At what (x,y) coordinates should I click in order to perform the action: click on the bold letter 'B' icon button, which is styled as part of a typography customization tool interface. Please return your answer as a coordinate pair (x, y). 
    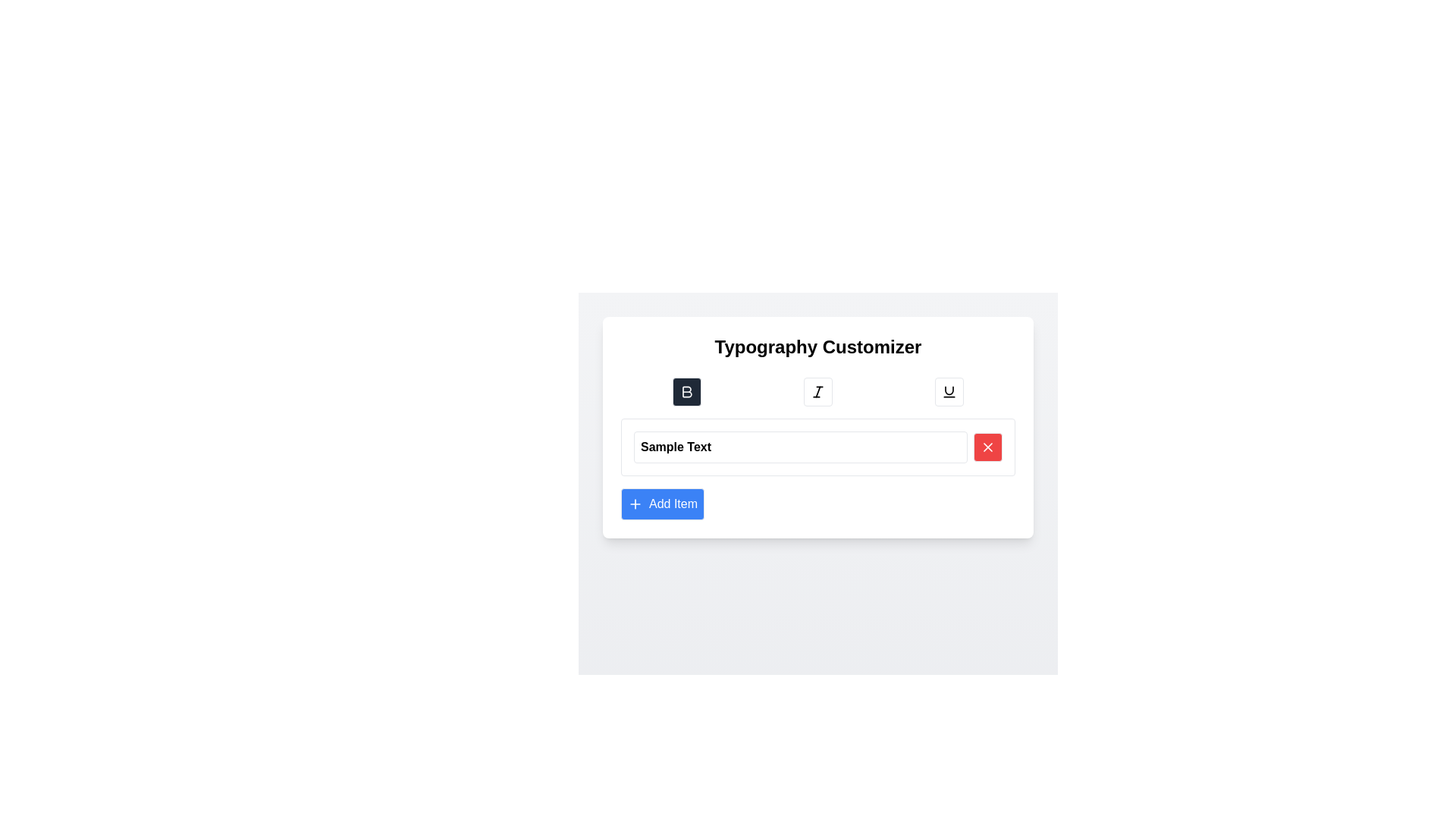
    Looking at the image, I should click on (686, 391).